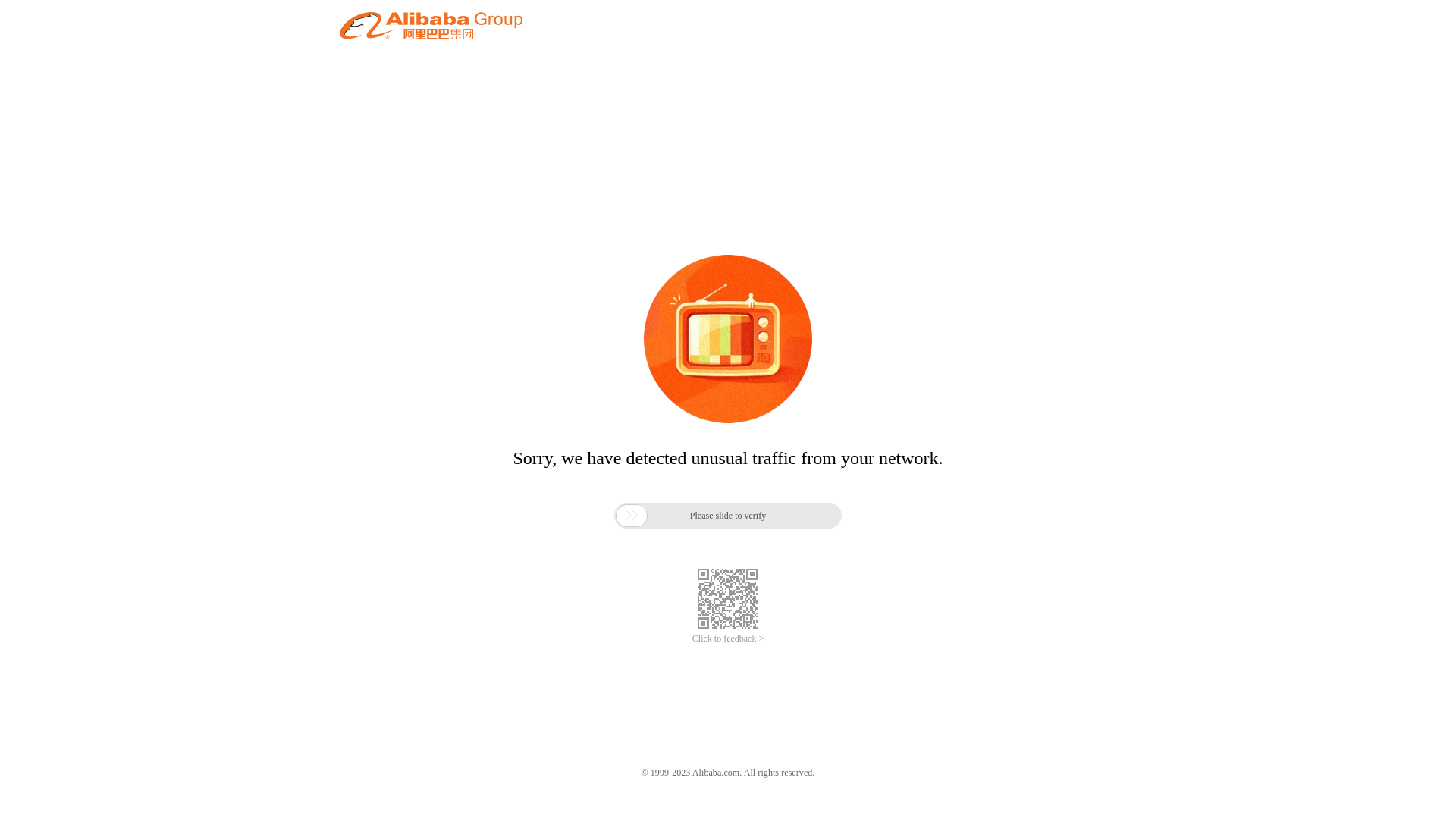  What do you see at coordinates (691, 639) in the screenshot?
I see `'Click to feedback >'` at bounding box center [691, 639].